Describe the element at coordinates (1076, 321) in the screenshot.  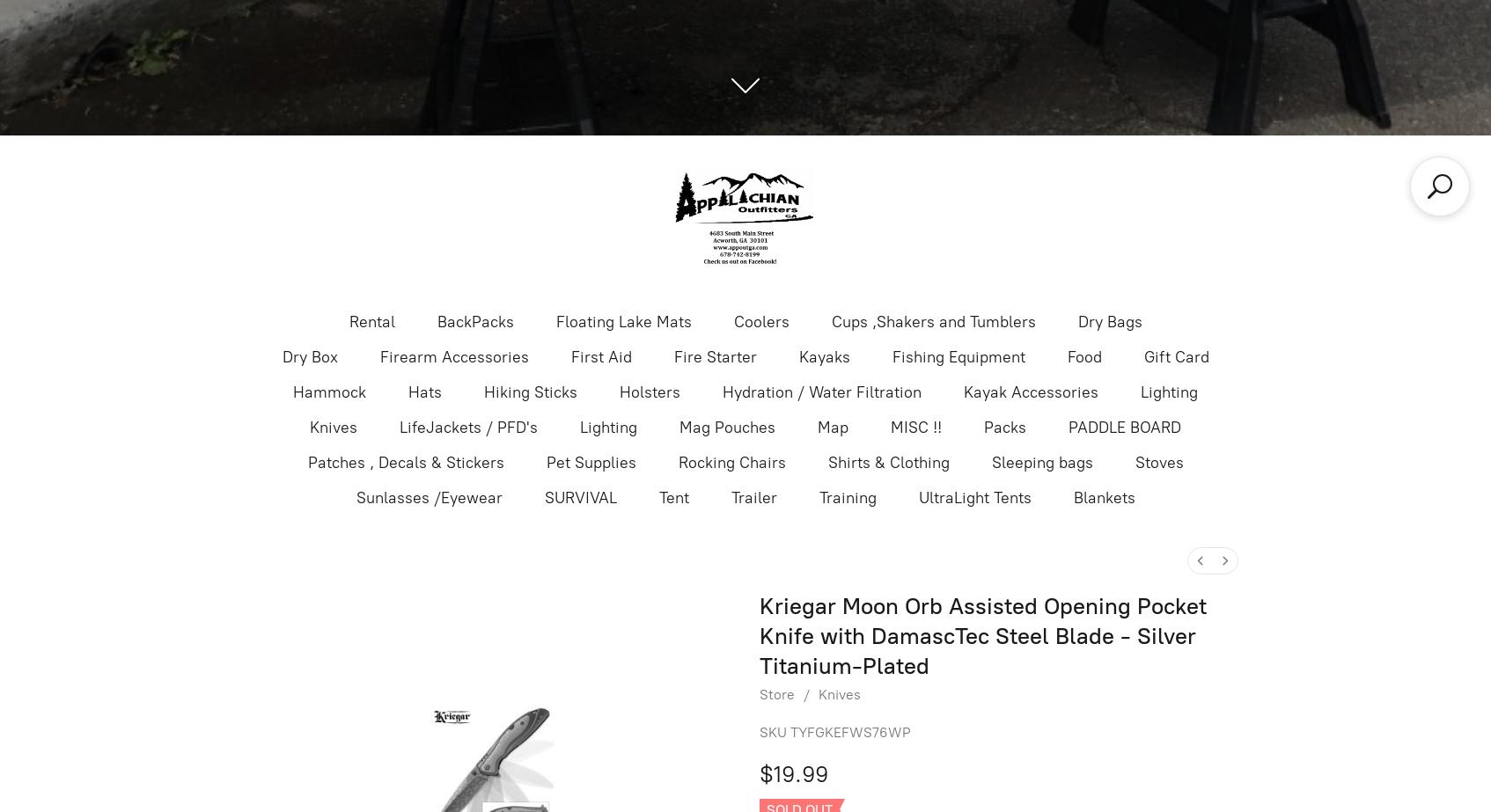
I see `'Dry Bags'` at that location.